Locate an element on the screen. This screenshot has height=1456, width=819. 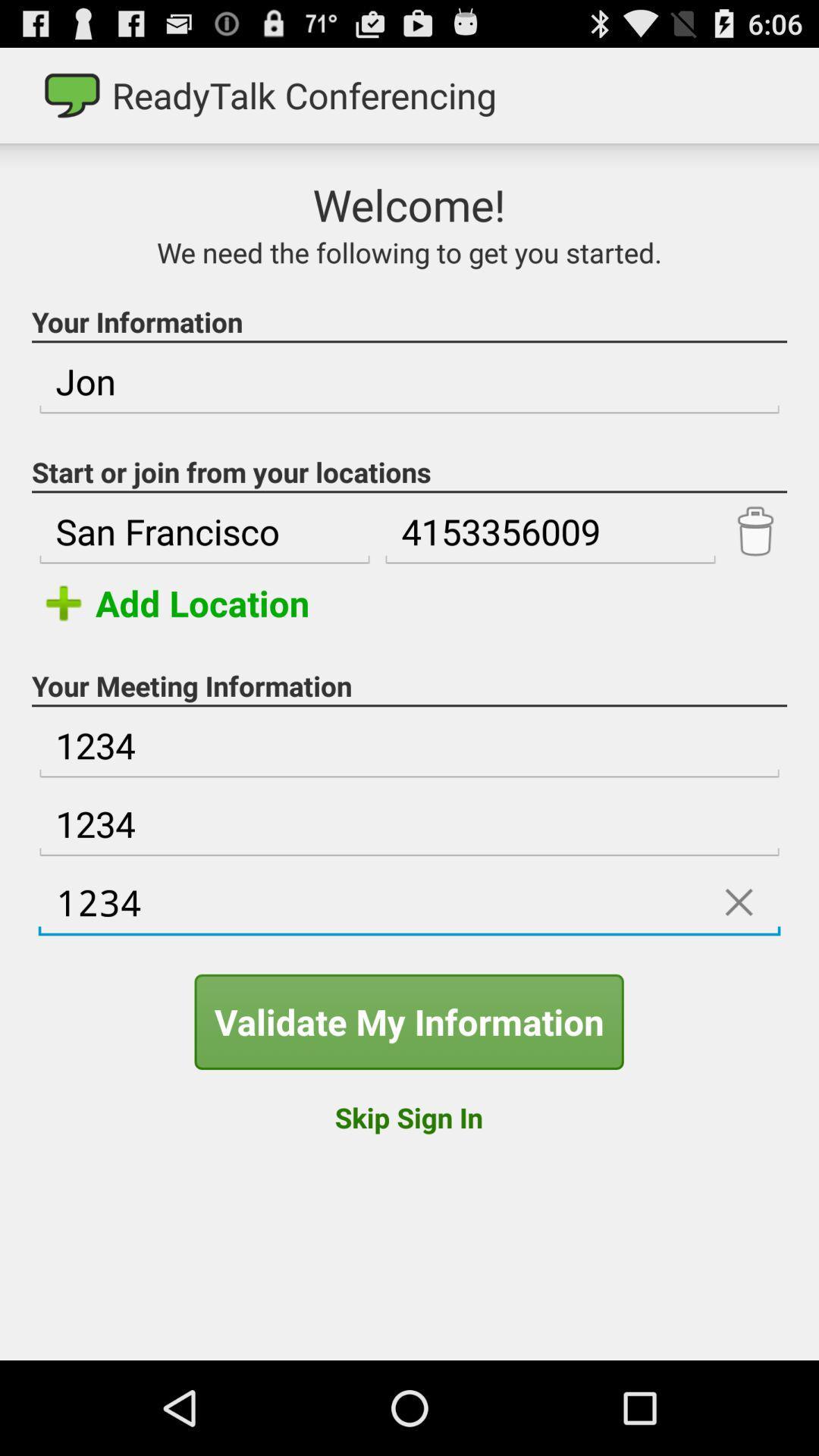
the item to the right of san francisco icon is located at coordinates (550, 532).